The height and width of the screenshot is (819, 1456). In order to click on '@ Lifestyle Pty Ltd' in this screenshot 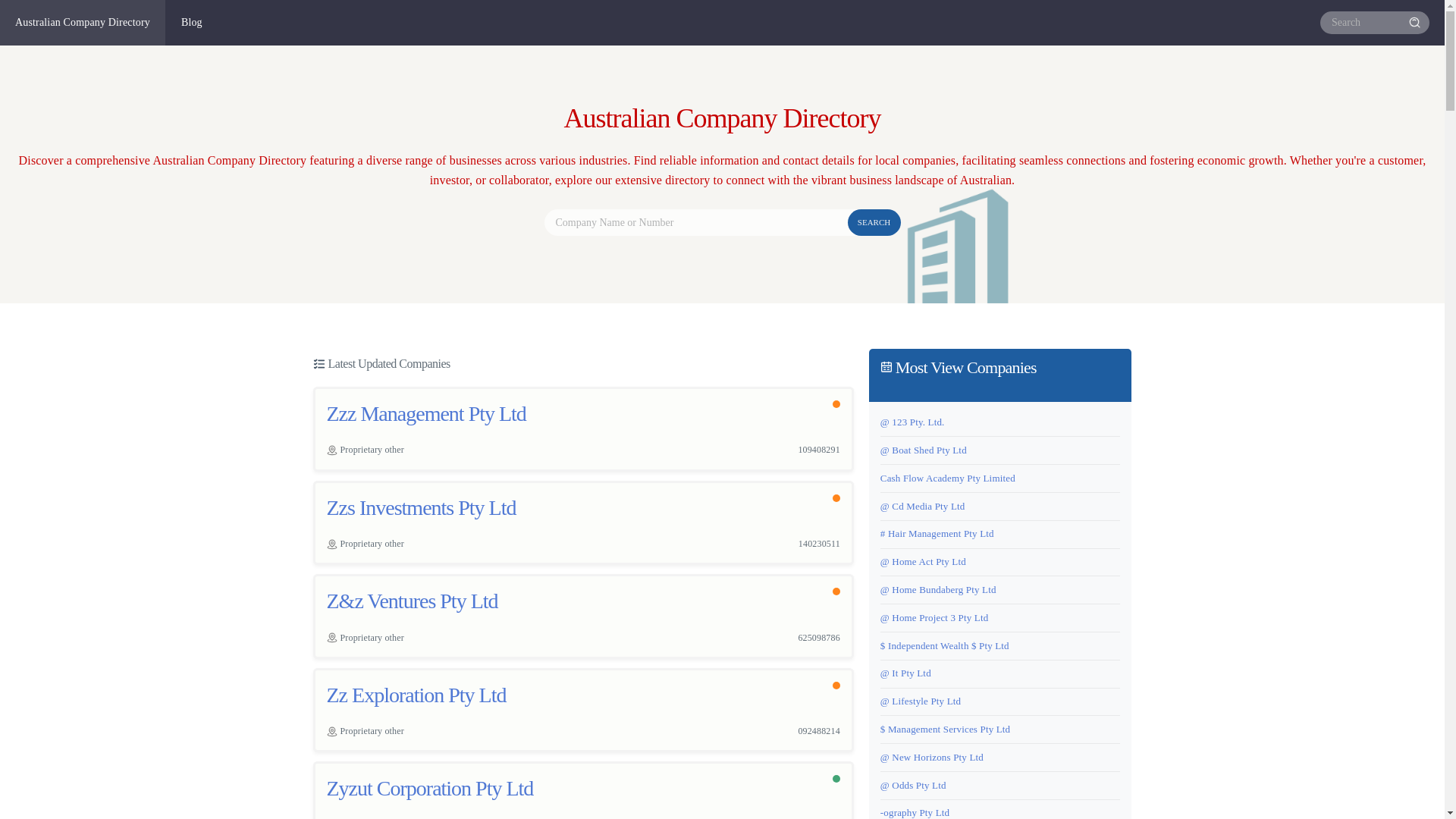, I will do `click(920, 701)`.